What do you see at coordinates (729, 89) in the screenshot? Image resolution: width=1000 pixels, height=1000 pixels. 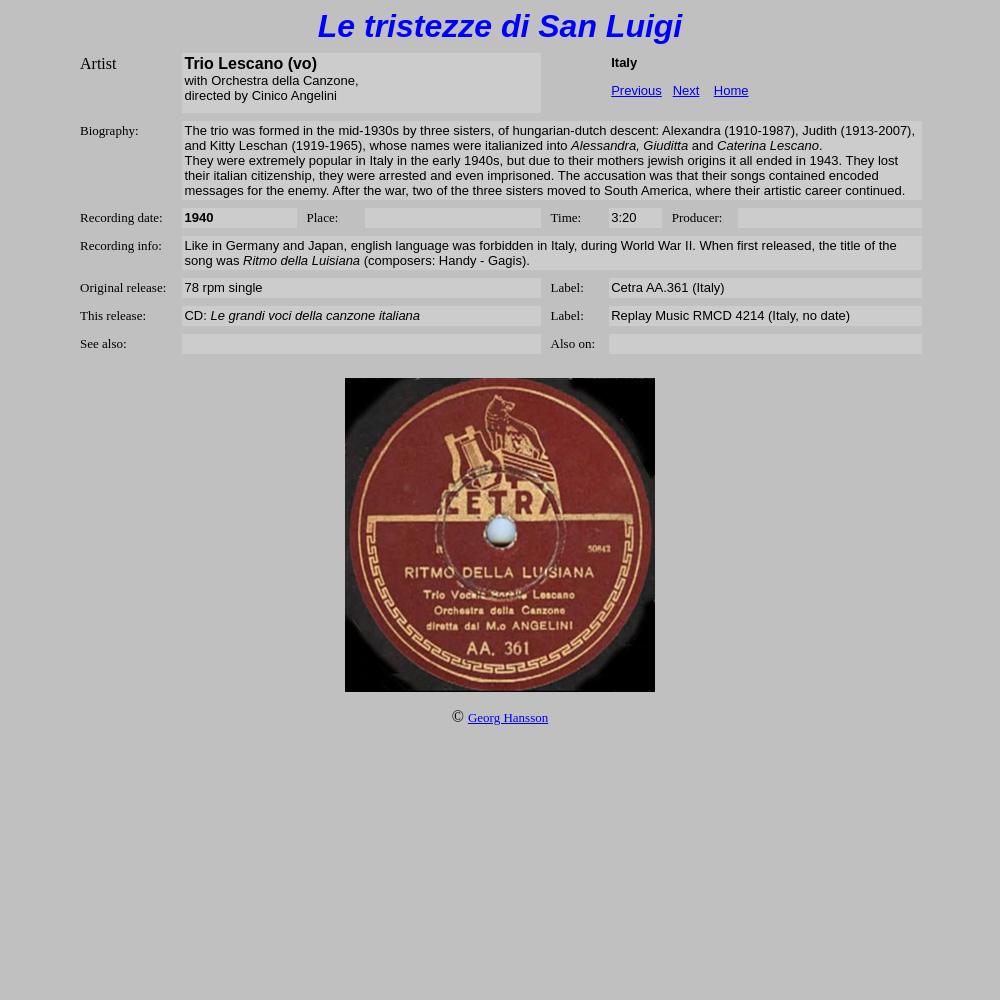 I see `'Home'` at bounding box center [729, 89].